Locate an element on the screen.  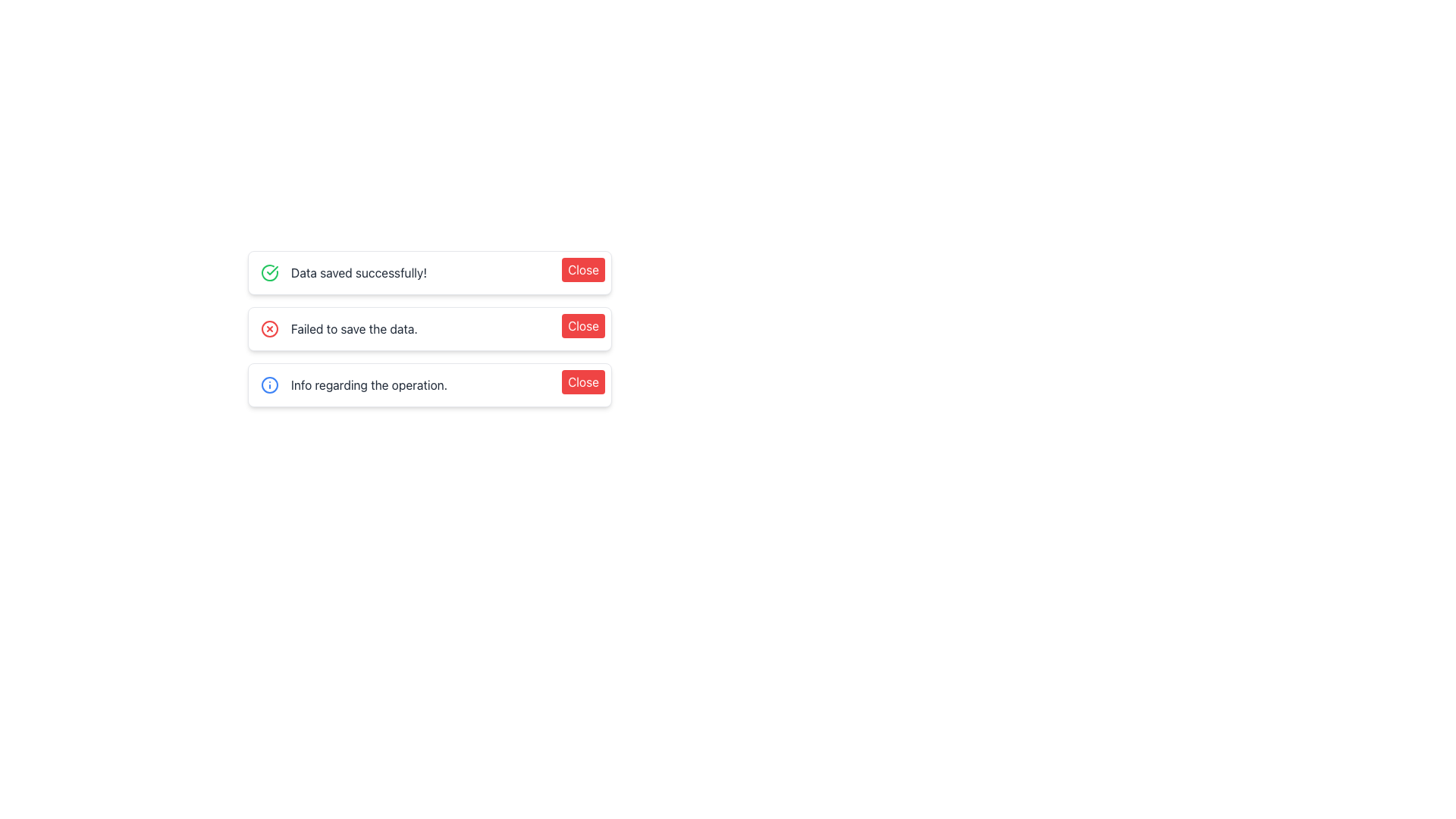
the close button located at the top-right corner of the dialog to observe the hover effect is located at coordinates (582, 381).